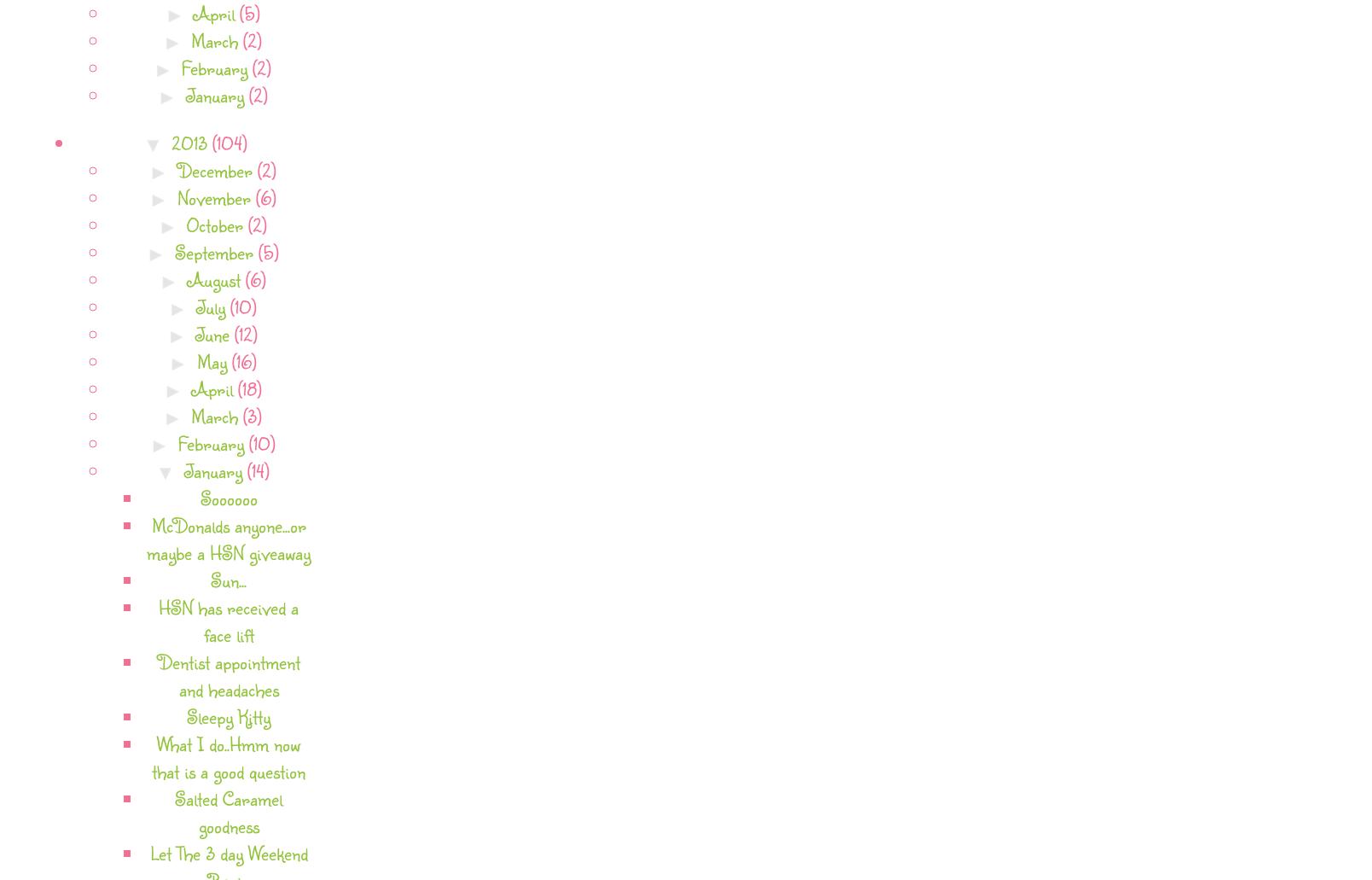 The height and width of the screenshot is (880, 1372). I want to click on '(14)', so click(256, 469).